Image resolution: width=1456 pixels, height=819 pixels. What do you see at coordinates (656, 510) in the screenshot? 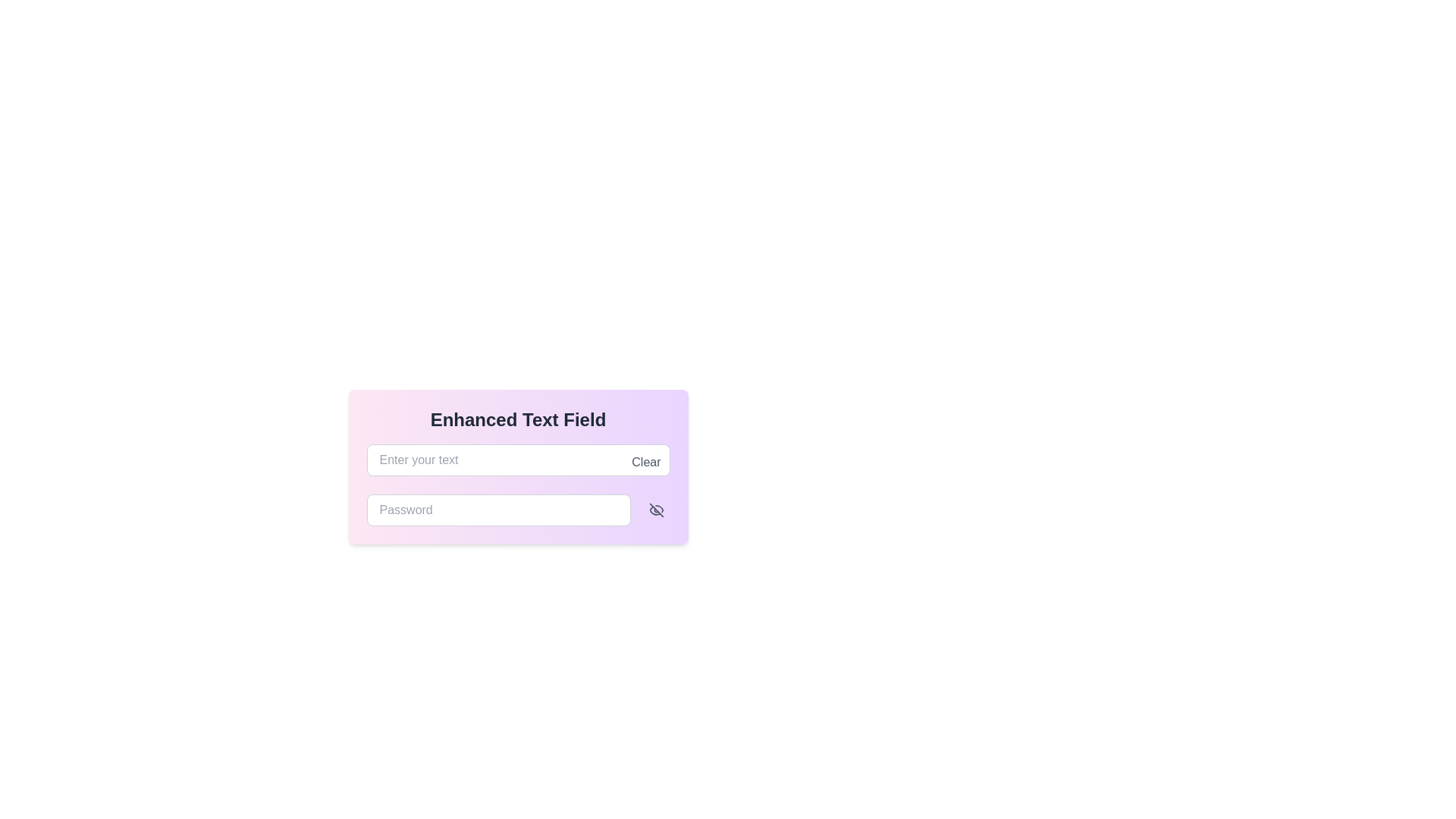
I see `the SVG-based eye icon with a diagonal line crossing through it, used for toggling visibility of sensitive input fields` at bounding box center [656, 510].